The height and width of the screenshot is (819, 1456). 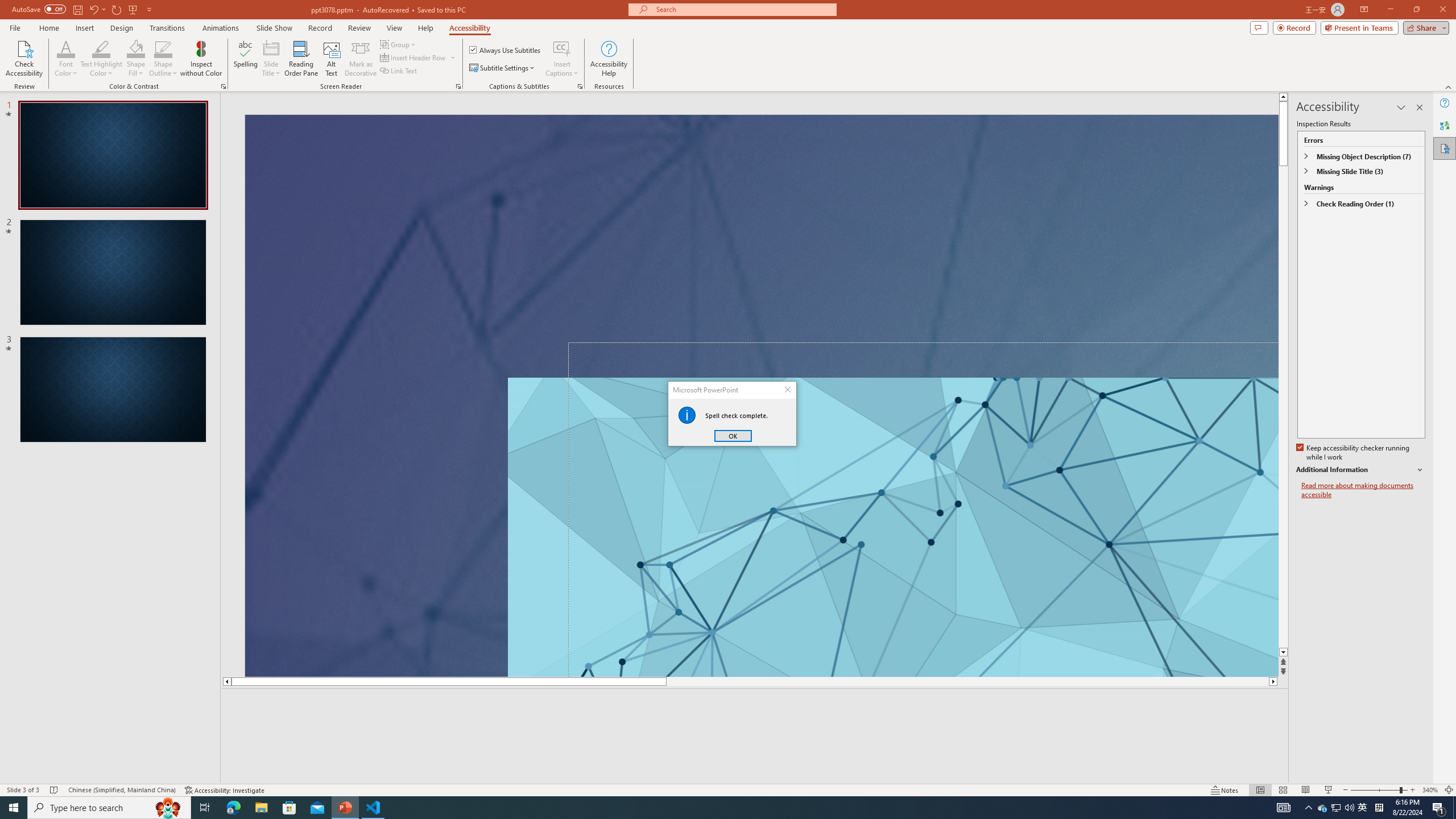 What do you see at coordinates (136, 48) in the screenshot?
I see `'Text Highlight Color'` at bounding box center [136, 48].